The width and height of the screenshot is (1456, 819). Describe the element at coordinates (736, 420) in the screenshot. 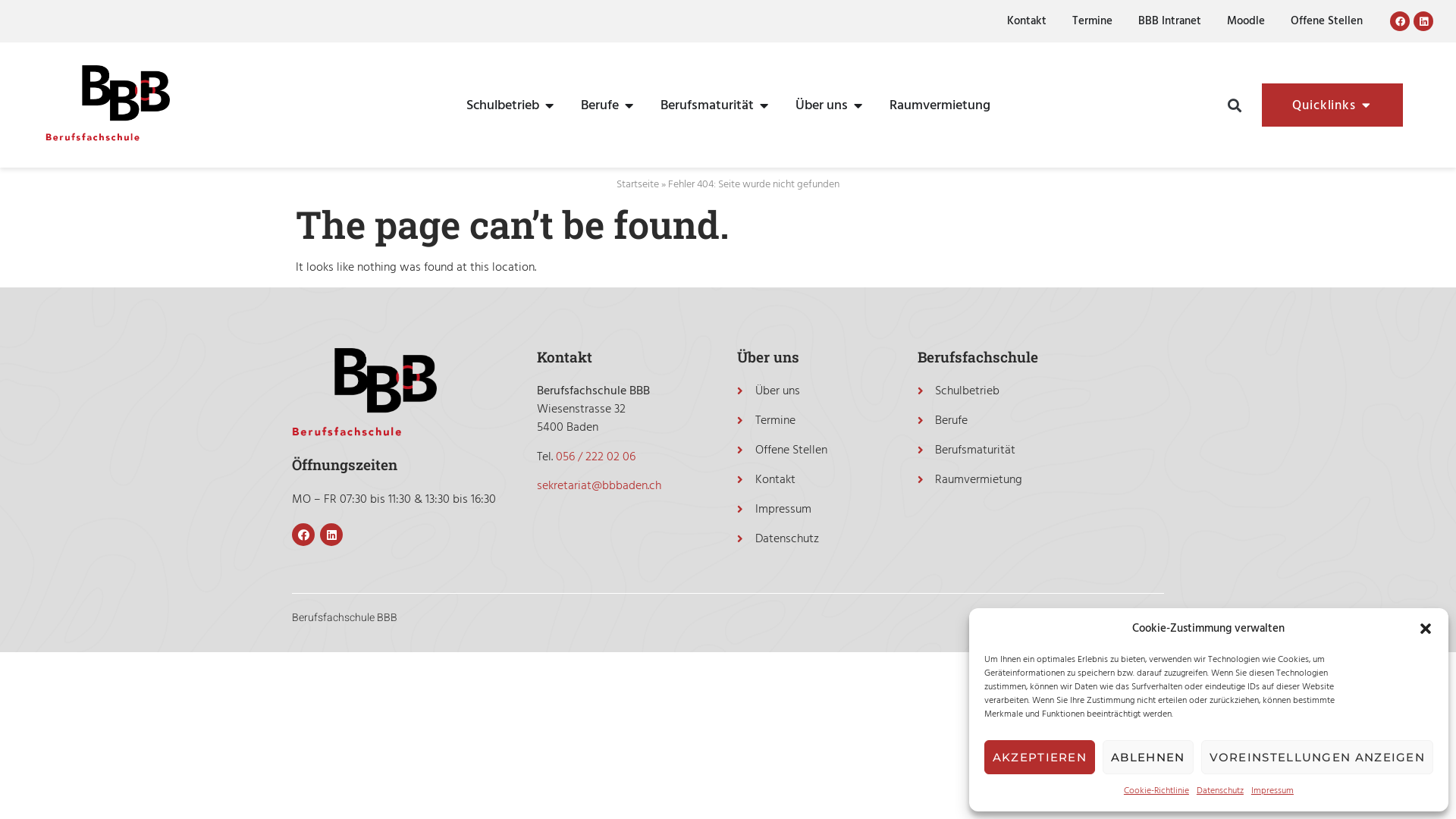

I see `'Termine'` at that location.